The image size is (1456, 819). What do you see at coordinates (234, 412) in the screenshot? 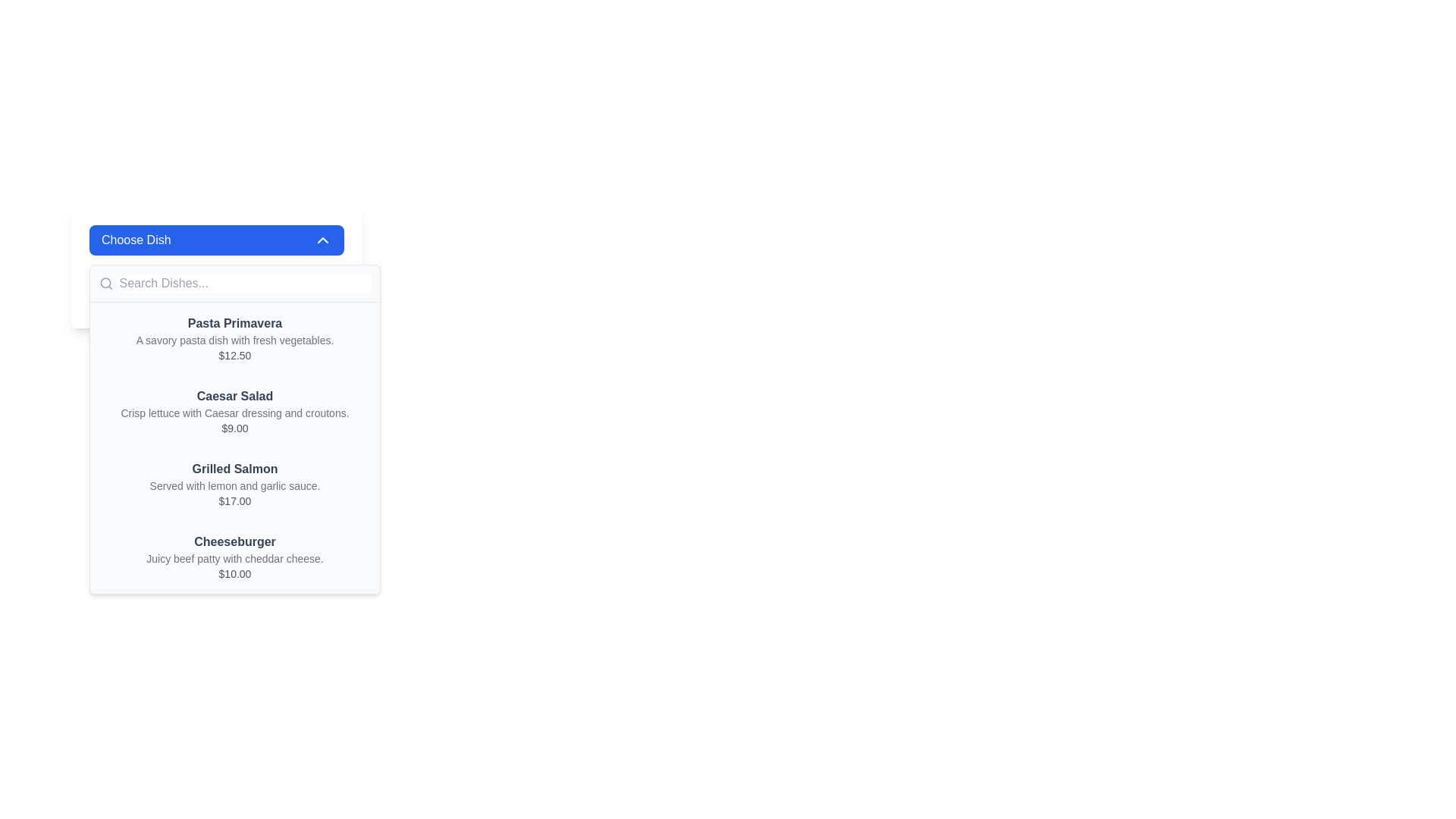
I see `the 'Caesar Salad' menu item located in the center of the visible menu, specifically the second item in the vertical list of dishes within the dropdown menu` at bounding box center [234, 412].